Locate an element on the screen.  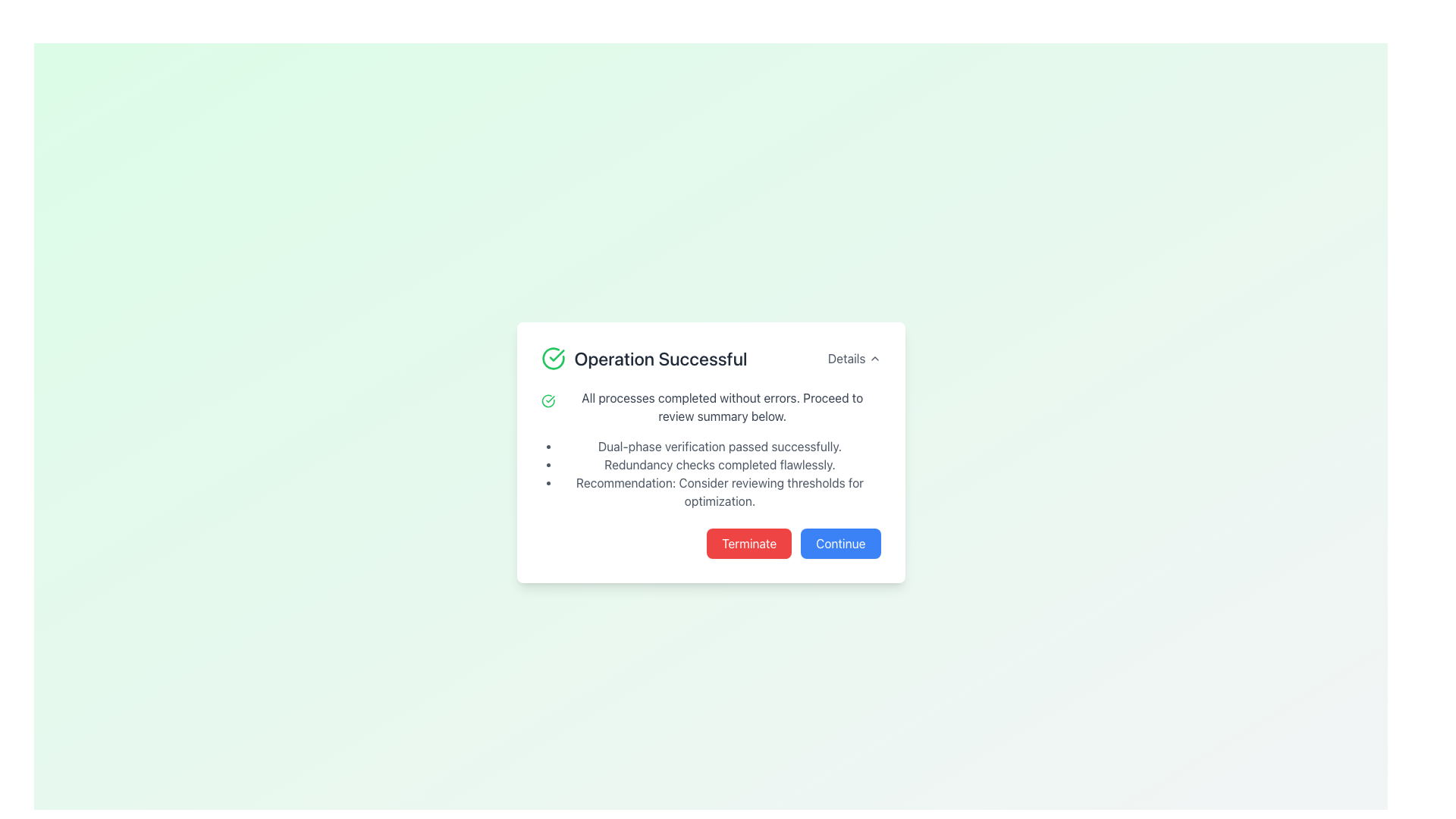
bulleted text in the confirmation dialog box located below the message 'All processes completed without errors. Proceed to review summary below.' is located at coordinates (719, 472).